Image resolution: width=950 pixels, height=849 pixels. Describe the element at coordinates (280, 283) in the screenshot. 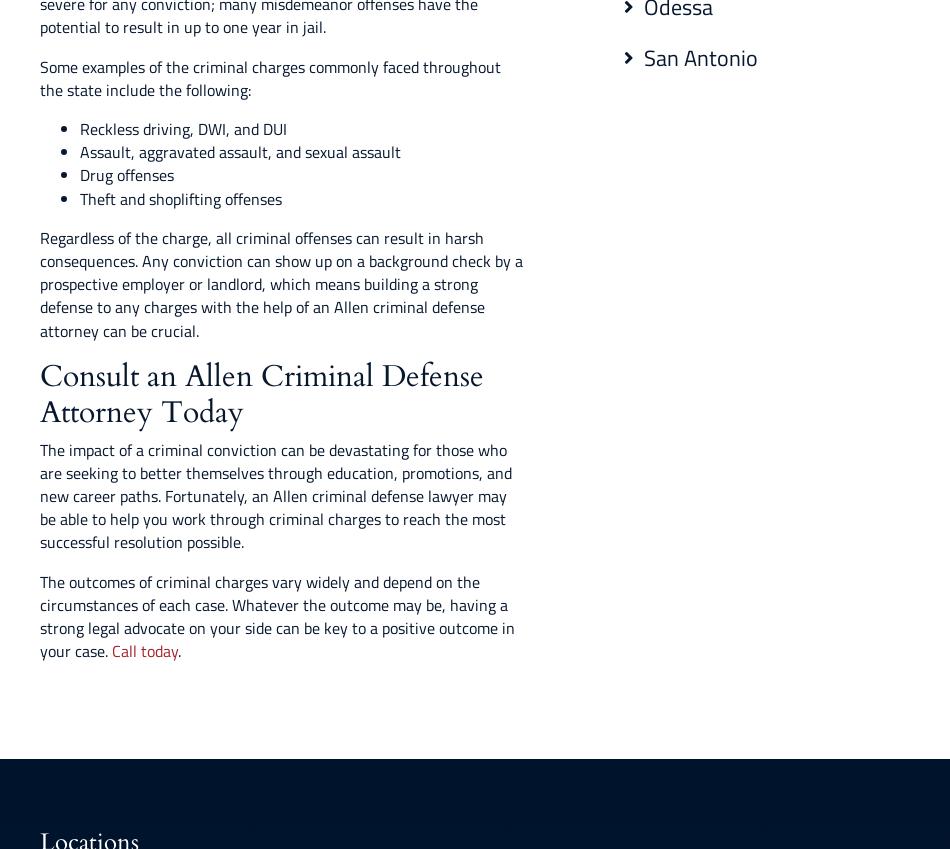

I see `'Regardless of the charge, all criminal offenses can result in harsh consequences. Any conviction can show up on a background check by a prospective employer or landlord, which means building a strong defense to any charges with the help of an Allen criminal defense attorney can be crucial.'` at that location.